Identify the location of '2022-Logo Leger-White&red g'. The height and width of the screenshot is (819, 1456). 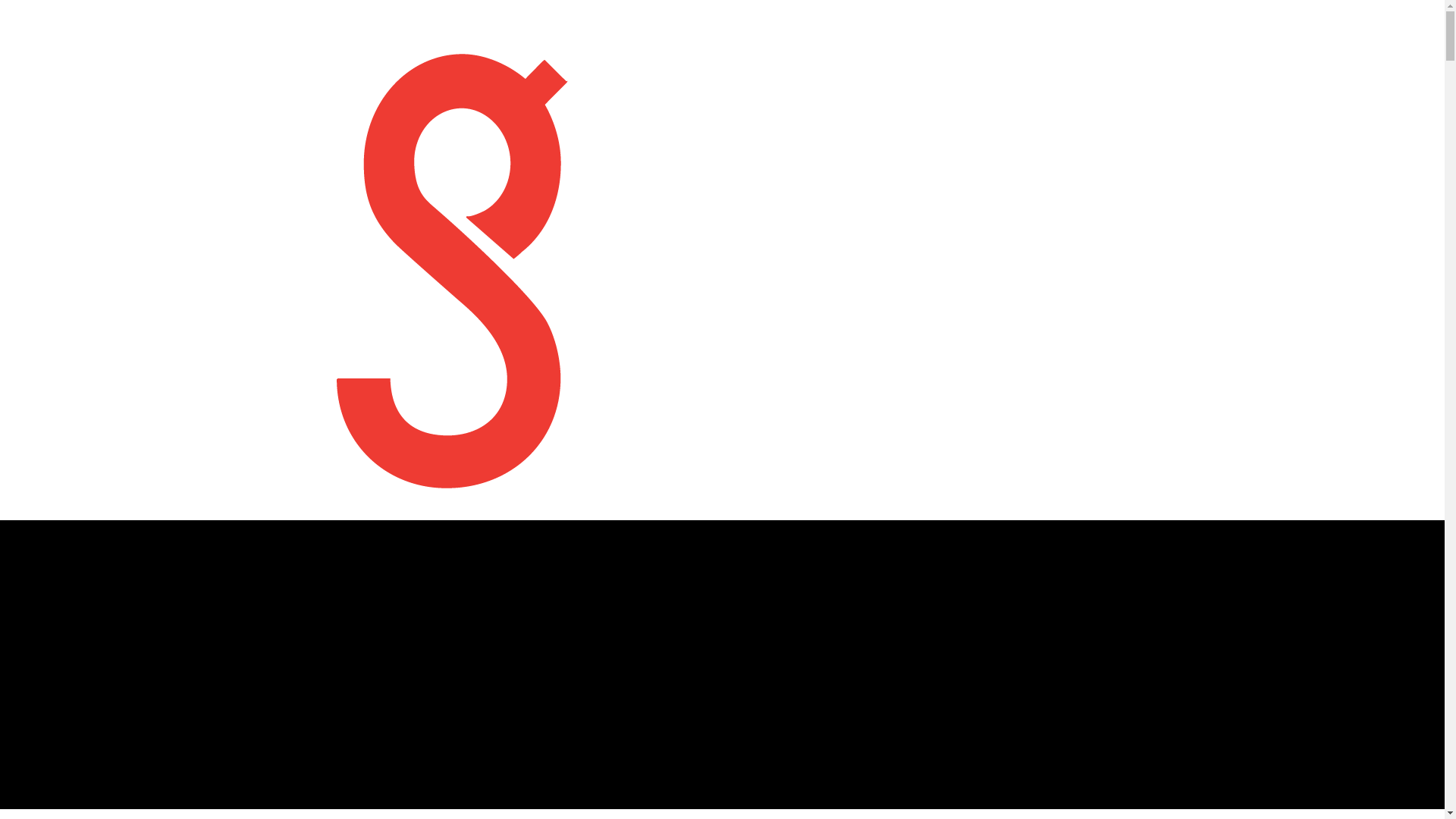
(452, 259).